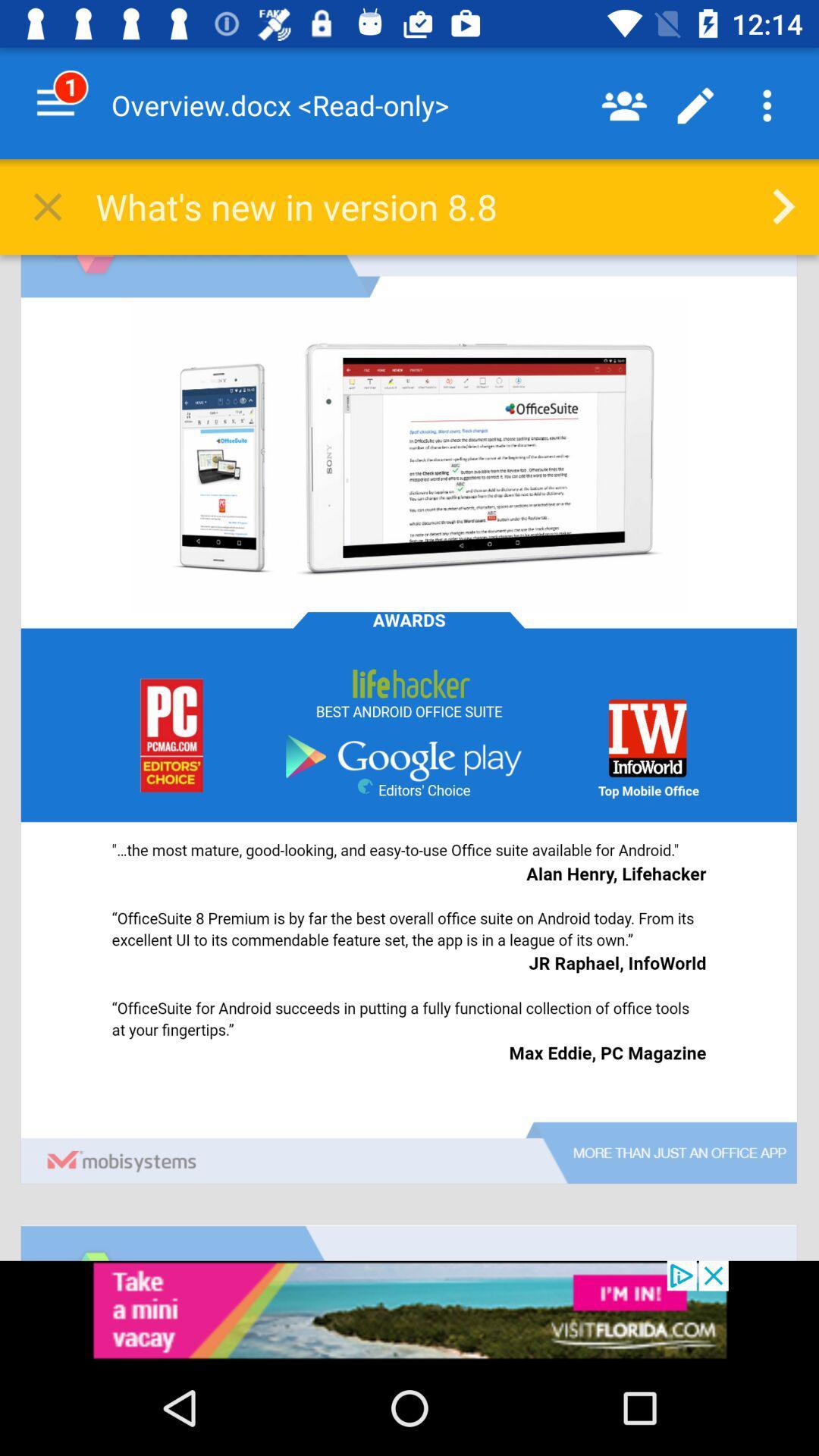 This screenshot has width=819, height=1456. Describe the element at coordinates (46, 210) in the screenshot. I see `the close icon` at that location.